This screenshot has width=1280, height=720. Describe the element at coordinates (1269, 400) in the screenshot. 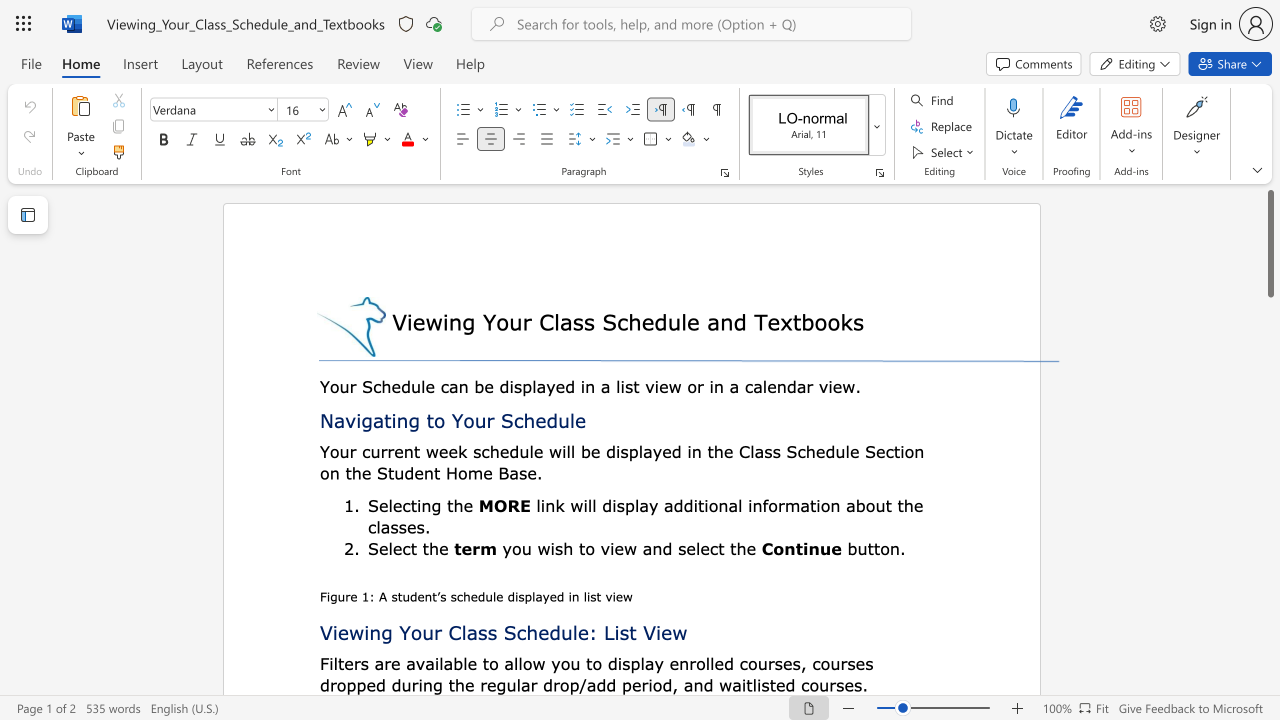

I see `the side scrollbar to bring the page down` at that location.